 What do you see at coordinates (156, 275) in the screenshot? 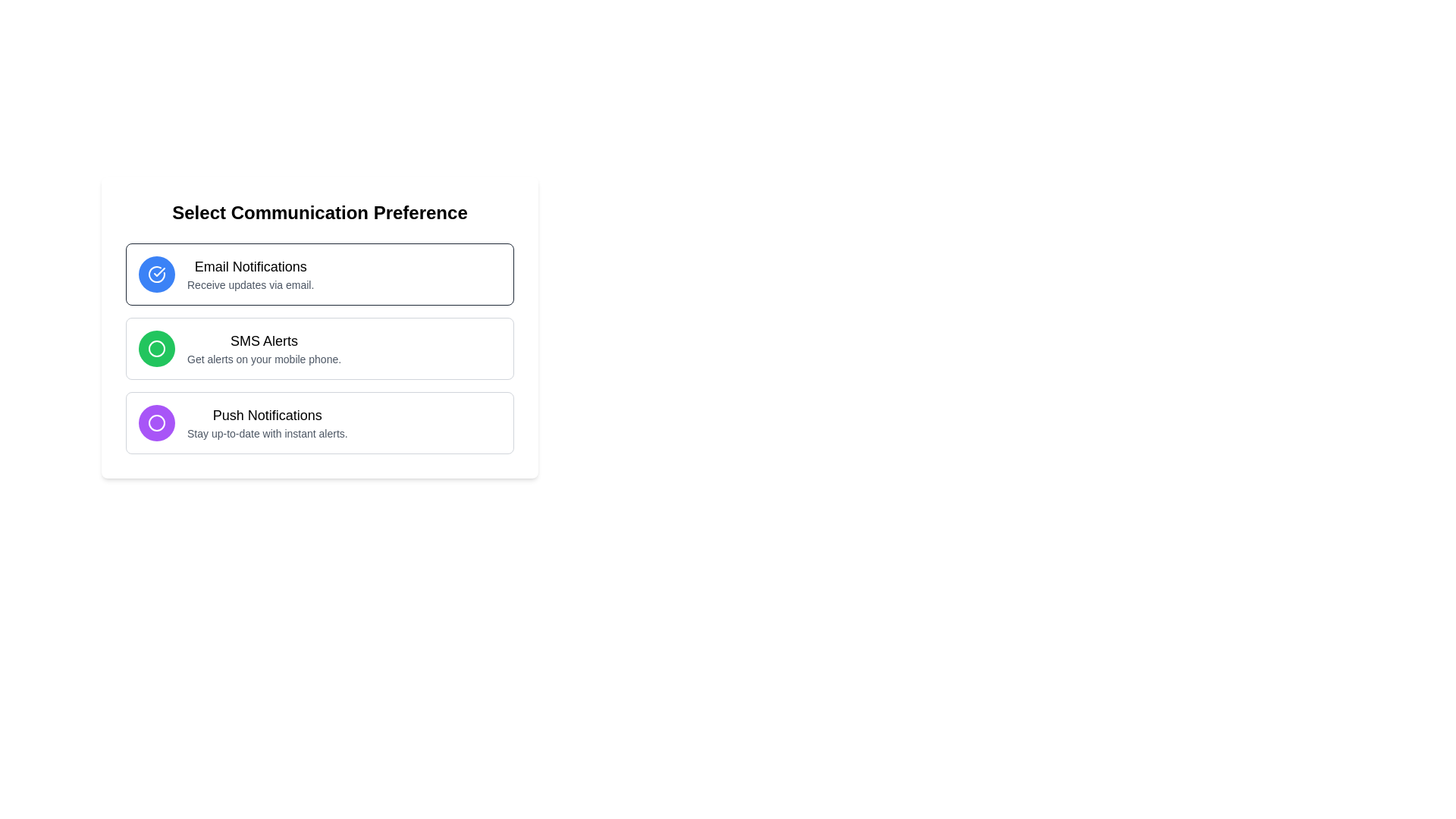
I see `the icon representing the 'Email Notifications' option, which is positioned at the top of the list of notification preferences within a rounded blue background circle` at bounding box center [156, 275].